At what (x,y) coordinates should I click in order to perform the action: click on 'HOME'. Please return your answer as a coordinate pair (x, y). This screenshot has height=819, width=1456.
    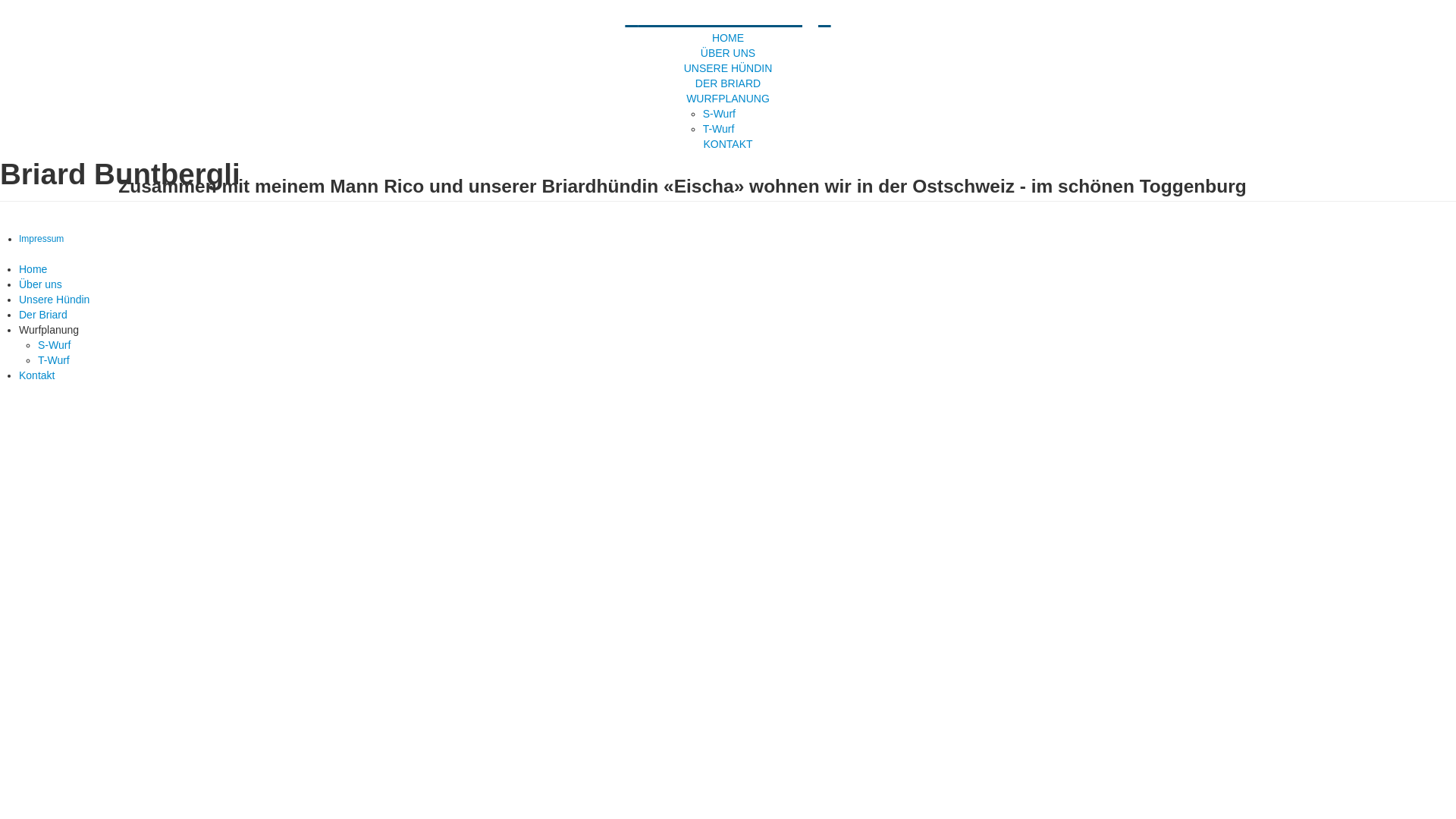
    Looking at the image, I should click on (728, 37).